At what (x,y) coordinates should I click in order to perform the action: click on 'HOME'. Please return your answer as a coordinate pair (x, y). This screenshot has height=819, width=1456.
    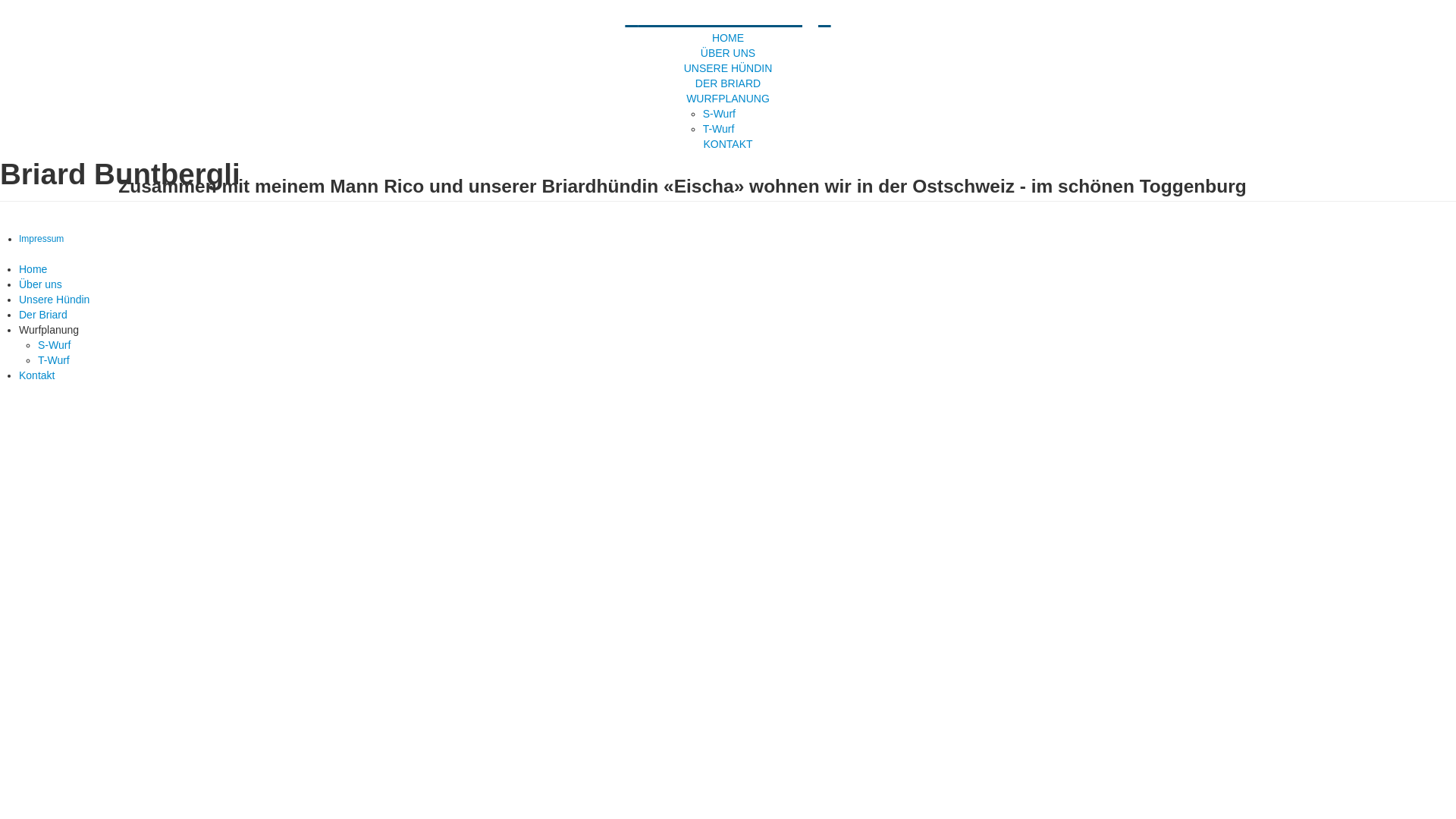
    Looking at the image, I should click on (728, 37).